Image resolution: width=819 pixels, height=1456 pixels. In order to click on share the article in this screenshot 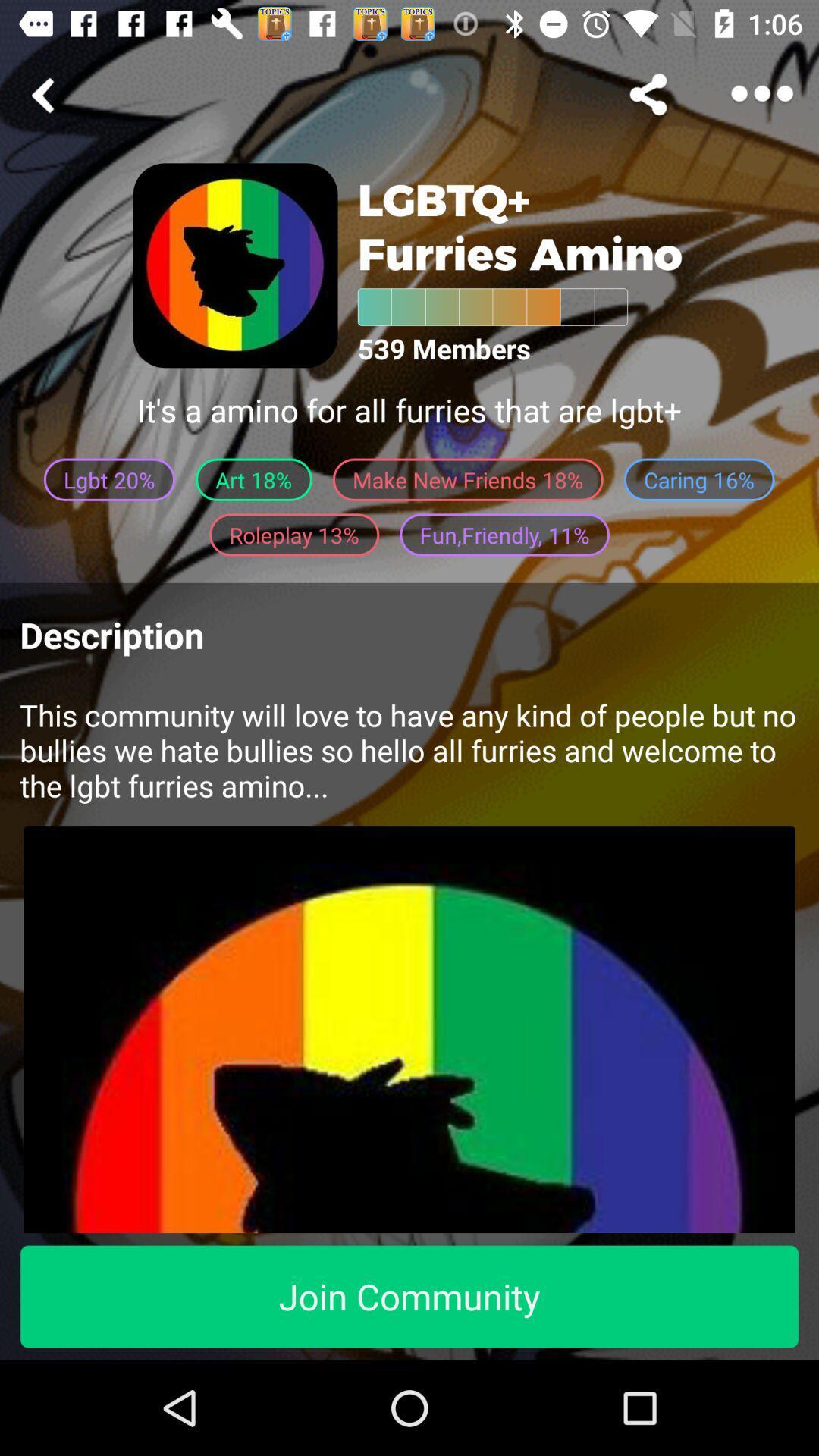, I will do `click(45, 94)`.